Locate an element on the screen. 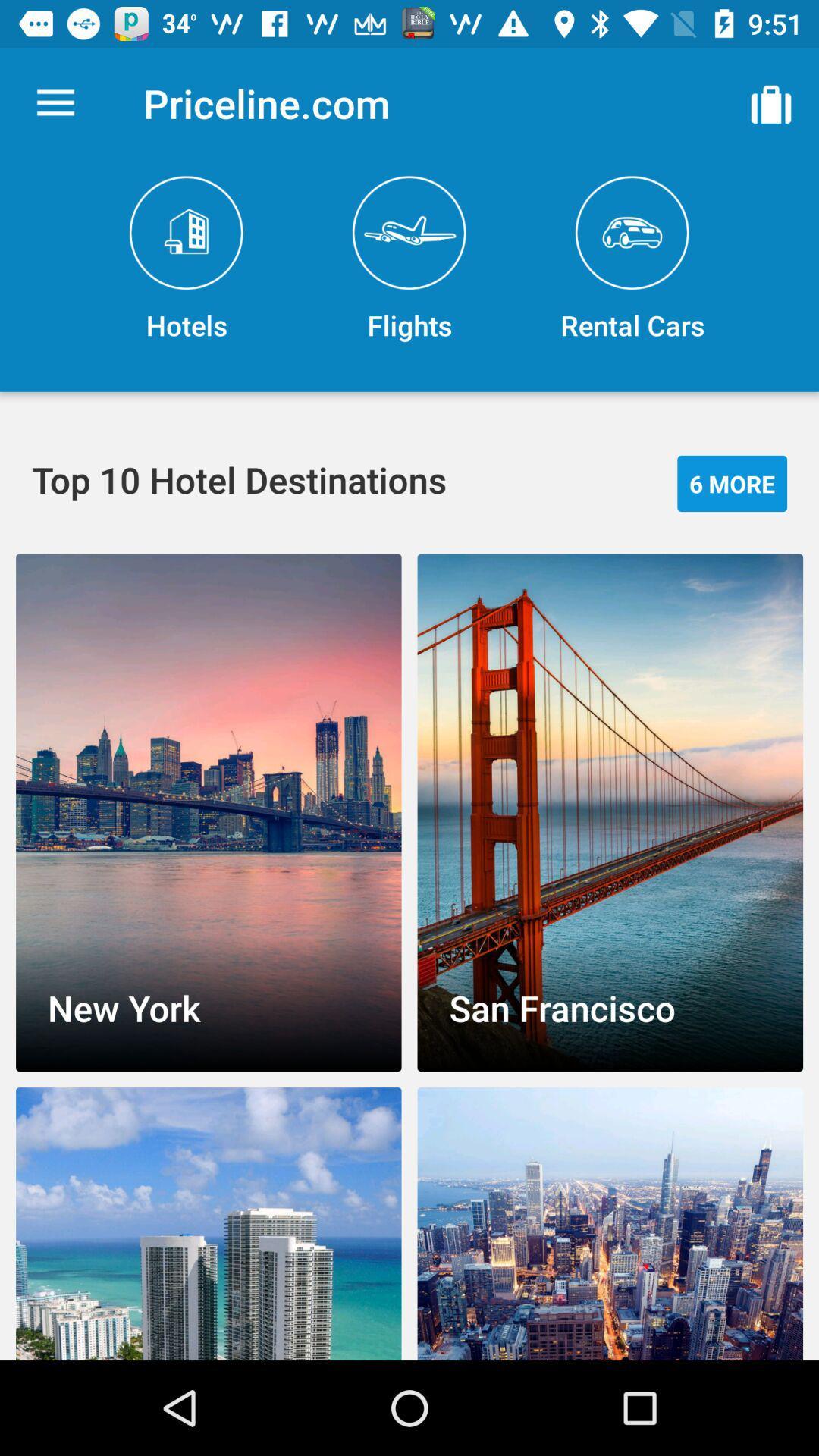  icon below priceline.com is located at coordinates (409, 259).